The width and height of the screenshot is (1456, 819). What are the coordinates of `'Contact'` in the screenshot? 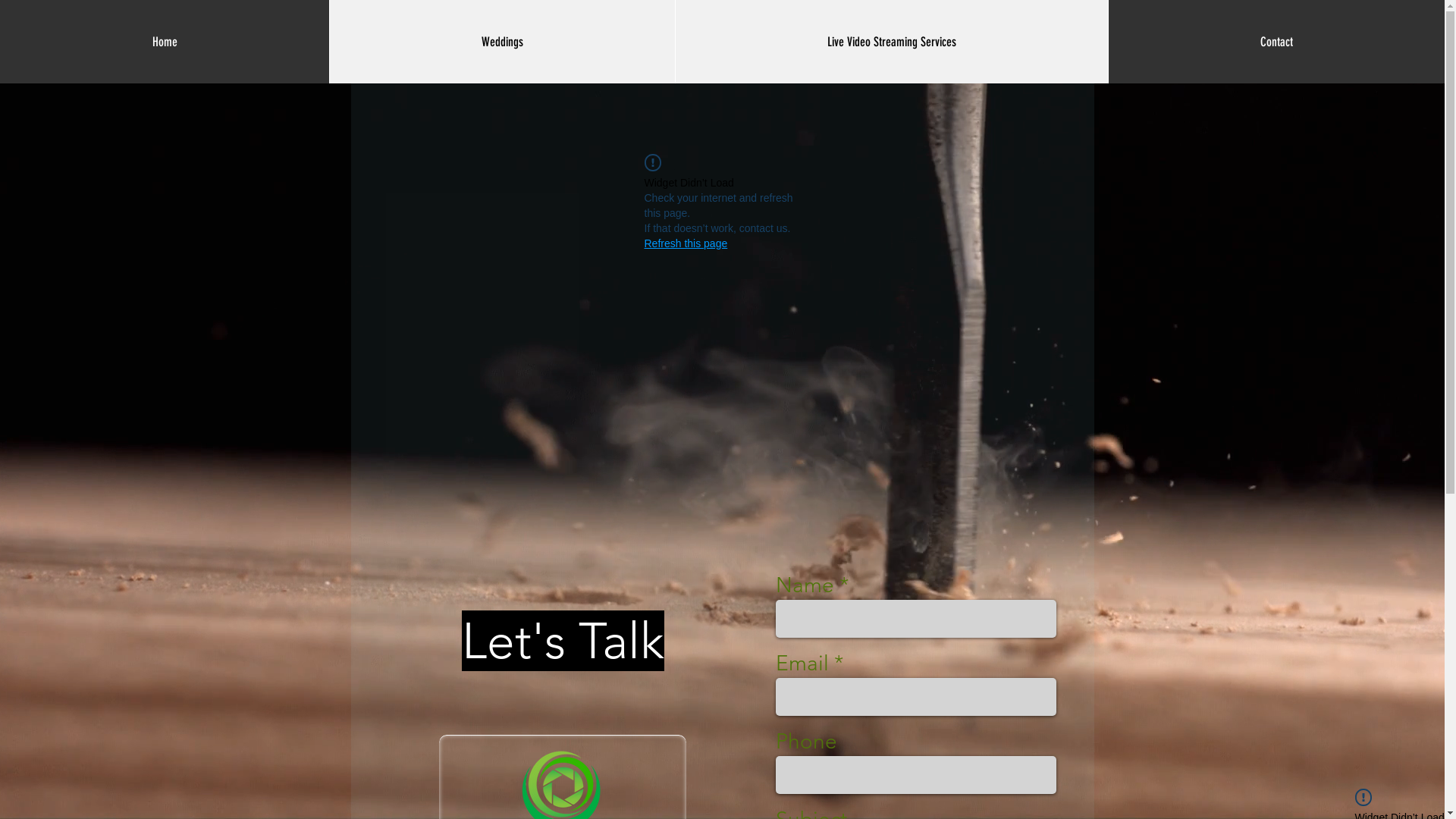 It's located at (1276, 40).